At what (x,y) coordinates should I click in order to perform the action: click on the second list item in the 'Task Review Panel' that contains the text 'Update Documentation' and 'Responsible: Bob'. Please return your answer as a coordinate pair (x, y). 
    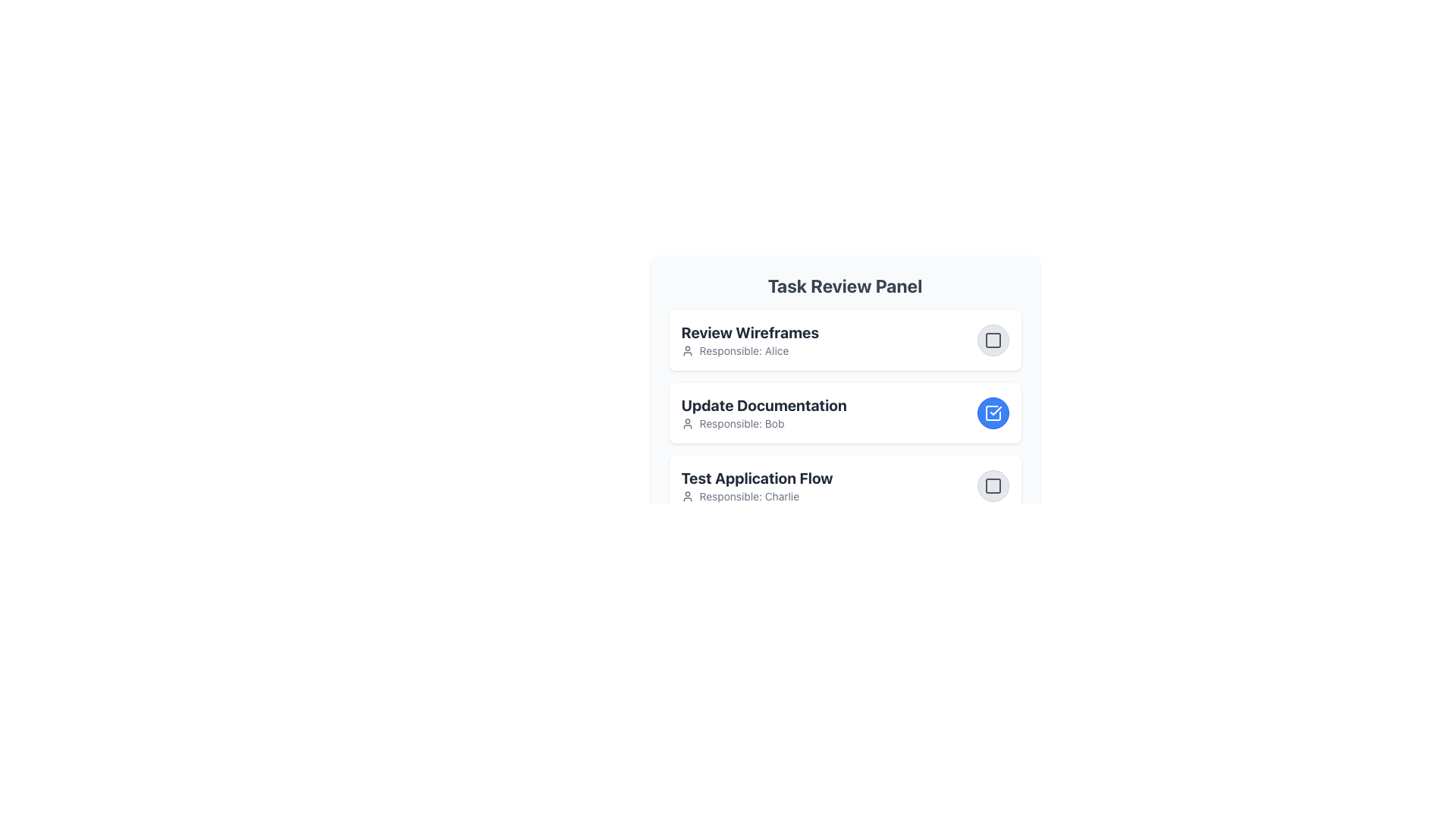
    Looking at the image, I should click on (764, 413).